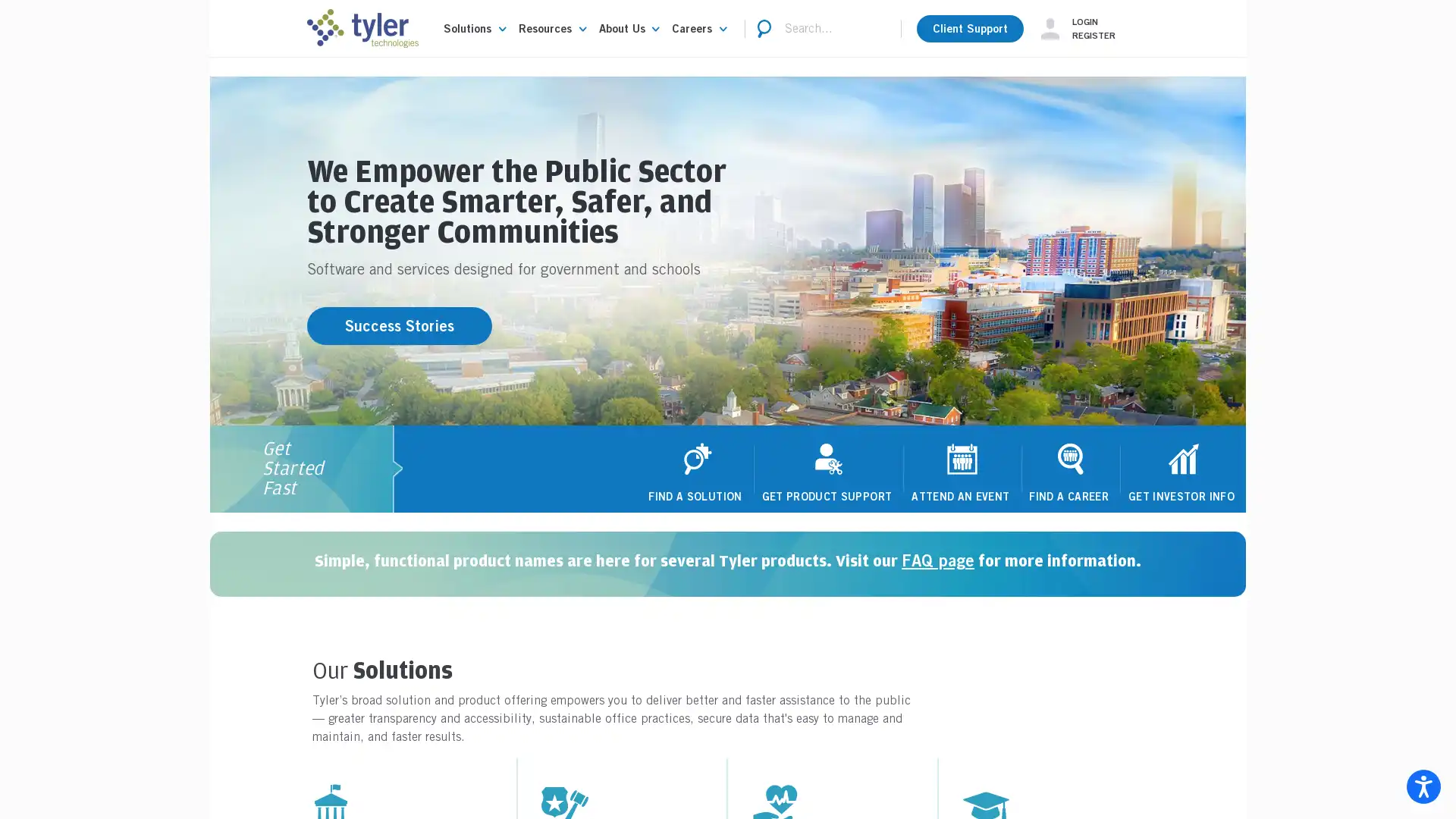  Describe the element at coordinates (1423, 786) in the screenshot. I see `Open accessibility options, statement and help` at that location.